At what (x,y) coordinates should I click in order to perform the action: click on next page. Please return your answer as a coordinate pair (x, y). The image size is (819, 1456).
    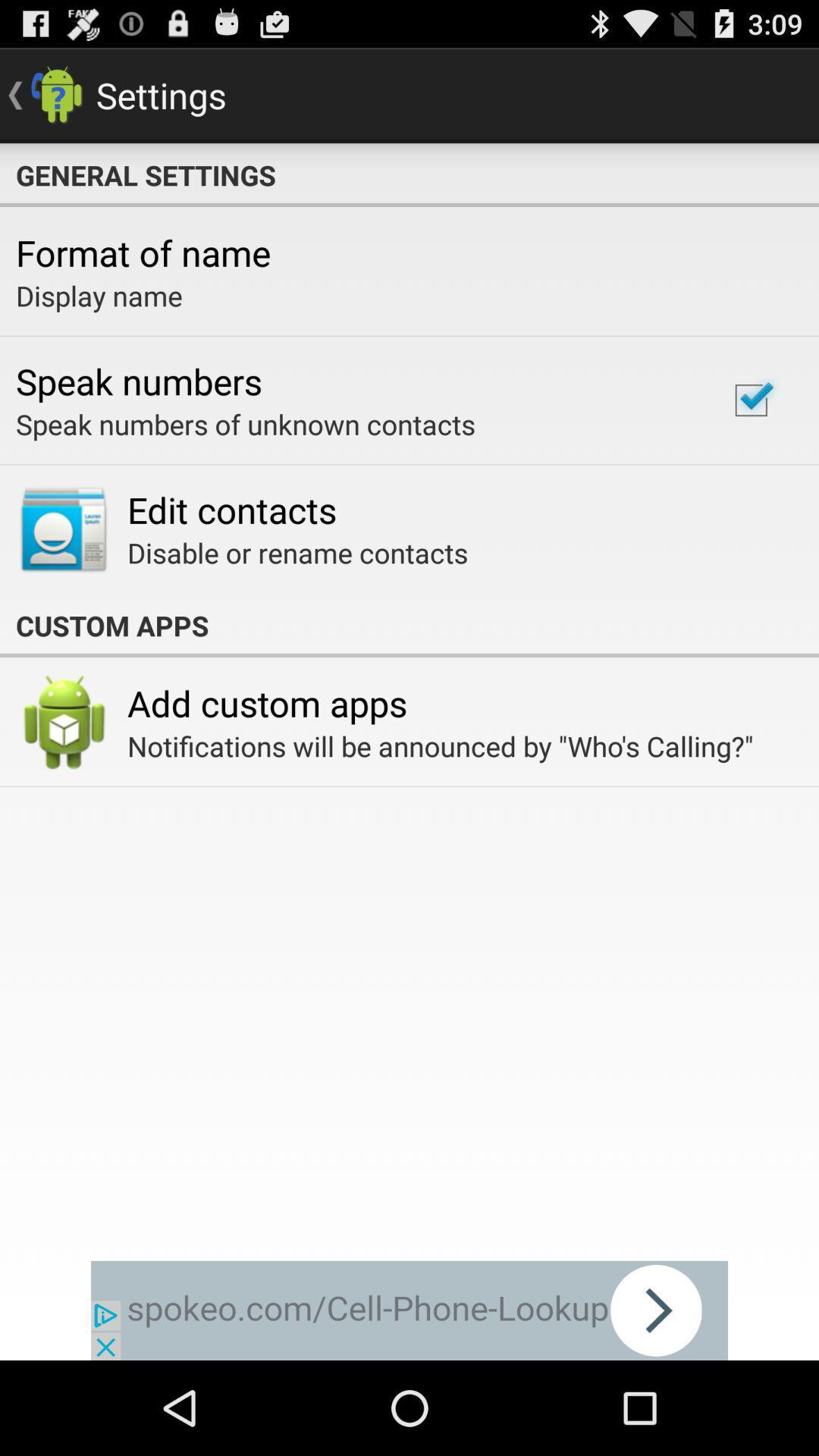
    Looking at the image, I should click on (409, 1310).